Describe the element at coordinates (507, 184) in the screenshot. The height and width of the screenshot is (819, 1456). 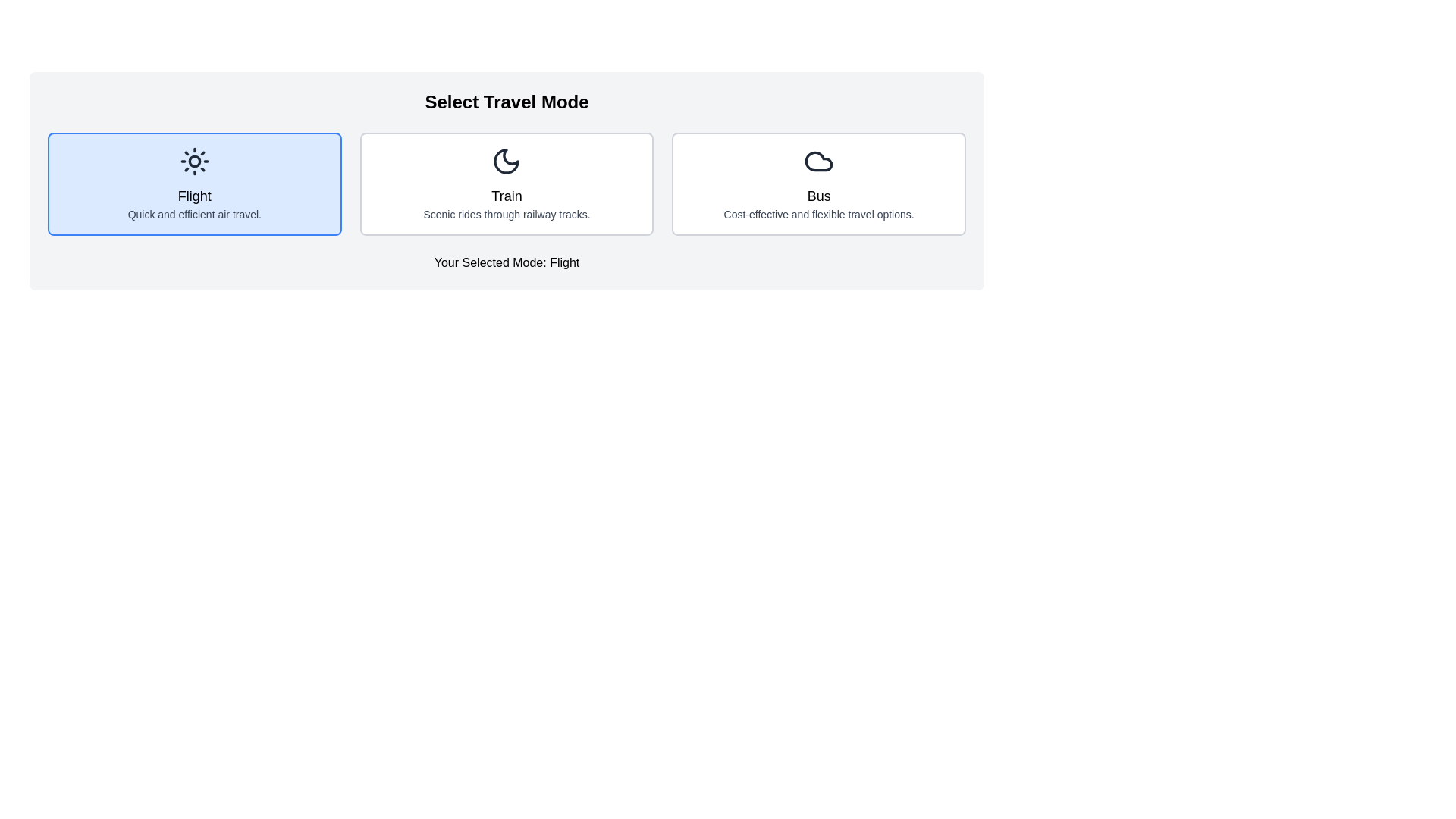
I see `the selection card for the 'Train' travel mode, which provides contextual information about scenic railway rides, located in the middle column between the 'Flight' and 'Bus' cards` at that location.